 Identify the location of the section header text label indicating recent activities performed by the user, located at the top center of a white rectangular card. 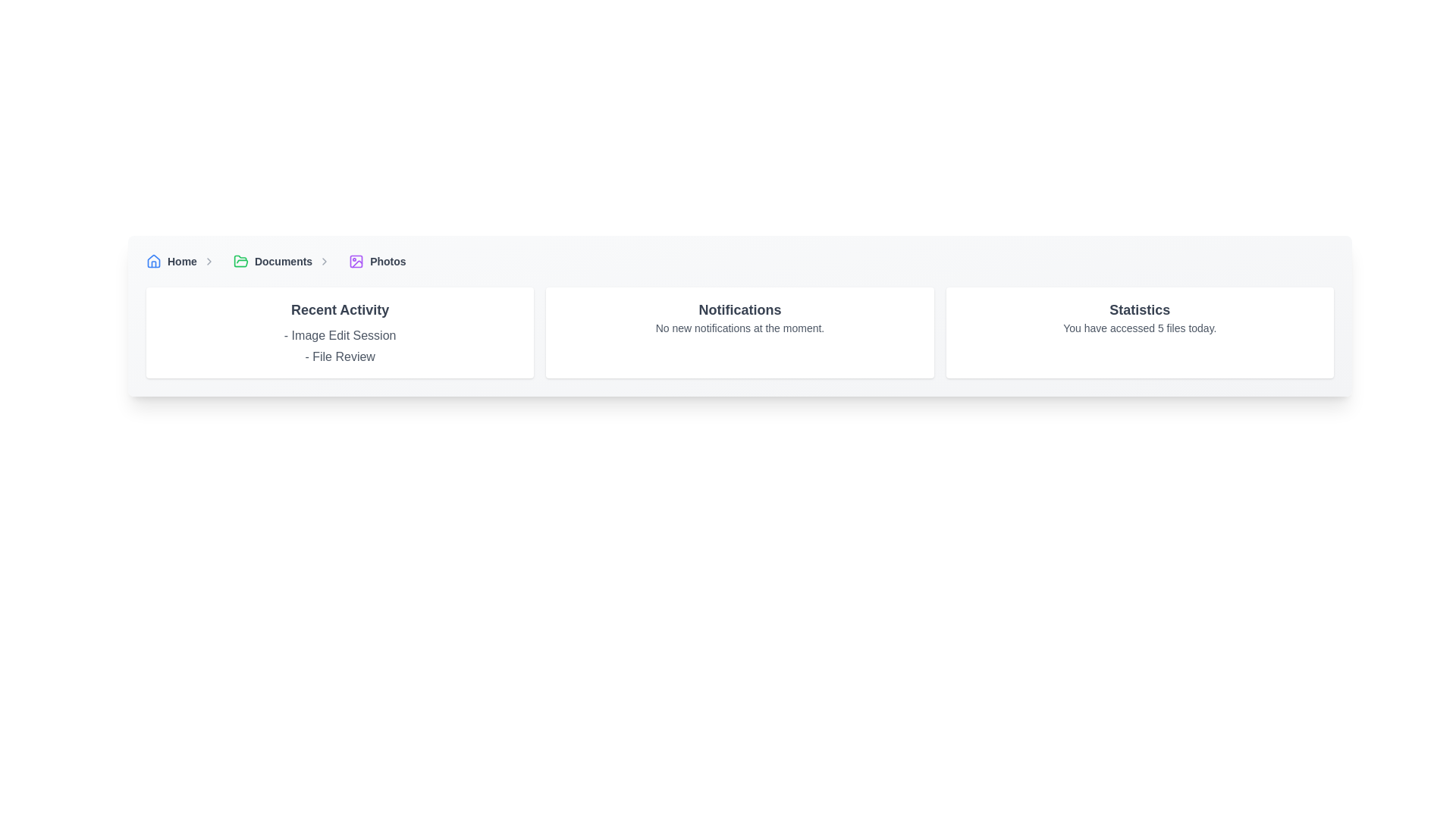
(339, 309).